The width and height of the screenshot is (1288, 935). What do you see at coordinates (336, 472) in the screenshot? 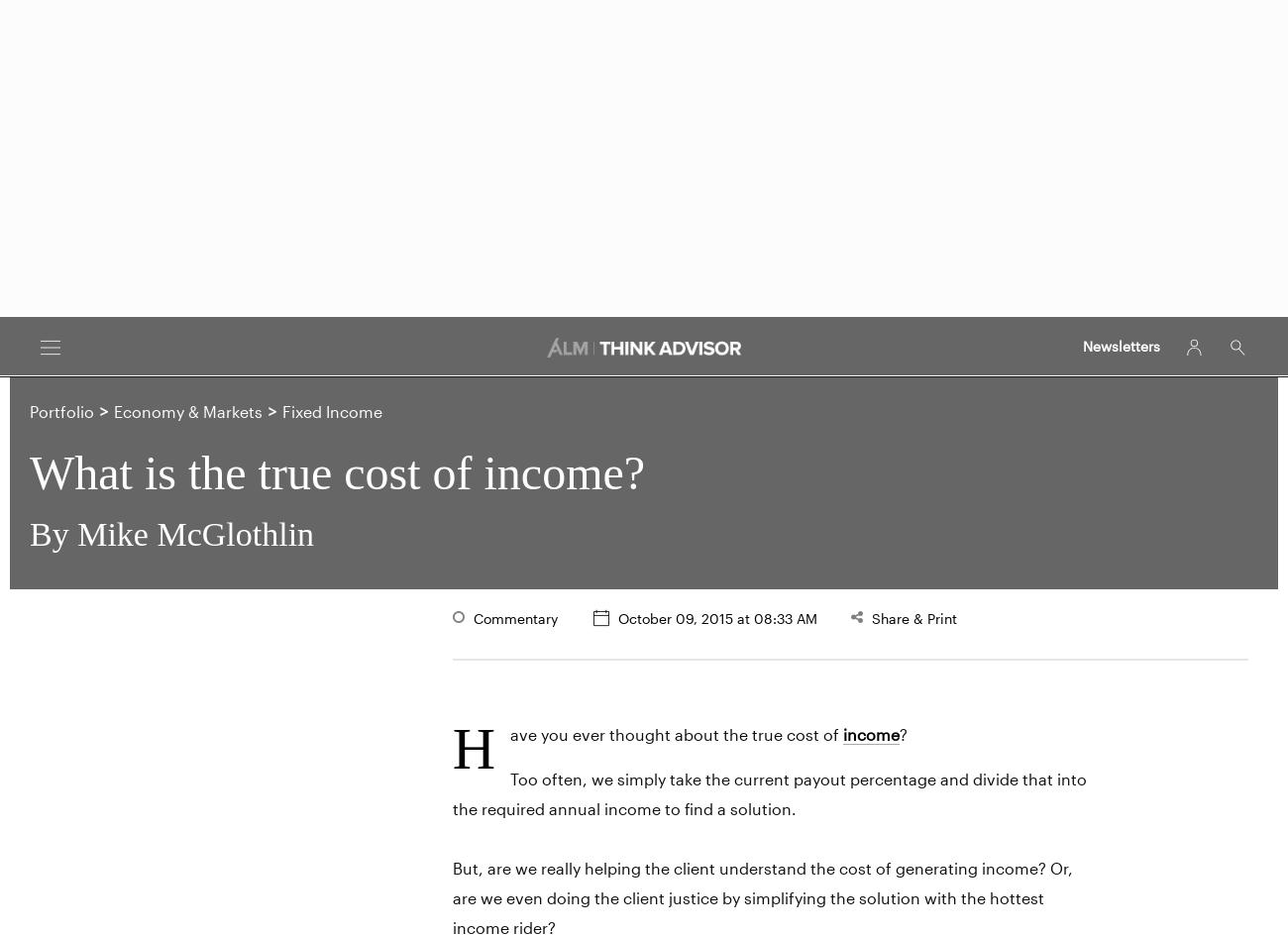
I see `'What is the true cost of income?'` at bounding box center [336, 472].